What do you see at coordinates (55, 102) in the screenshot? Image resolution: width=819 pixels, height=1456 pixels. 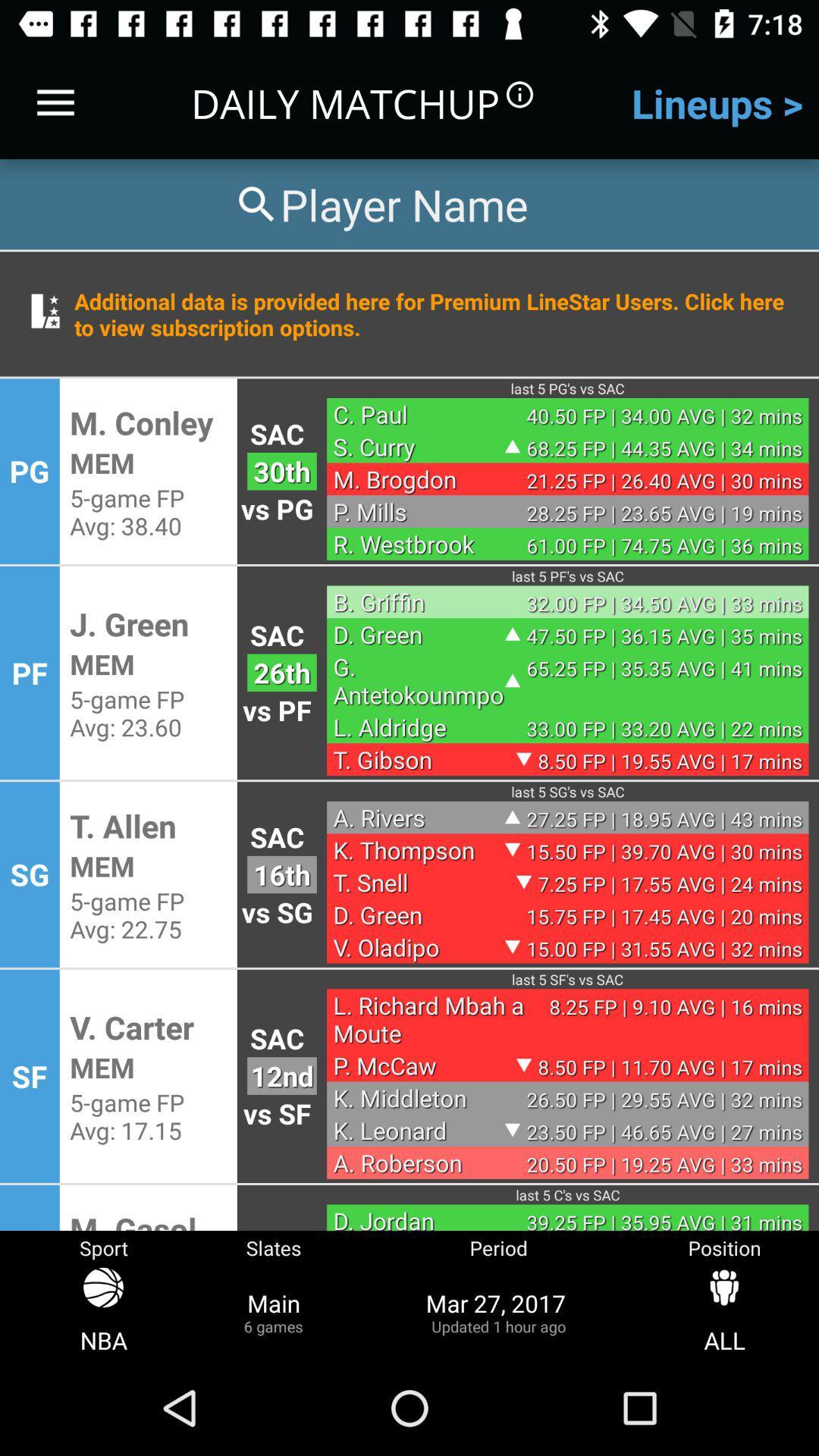 I see `item to the left of daily matchup icon` at bounding box center [55, 102].